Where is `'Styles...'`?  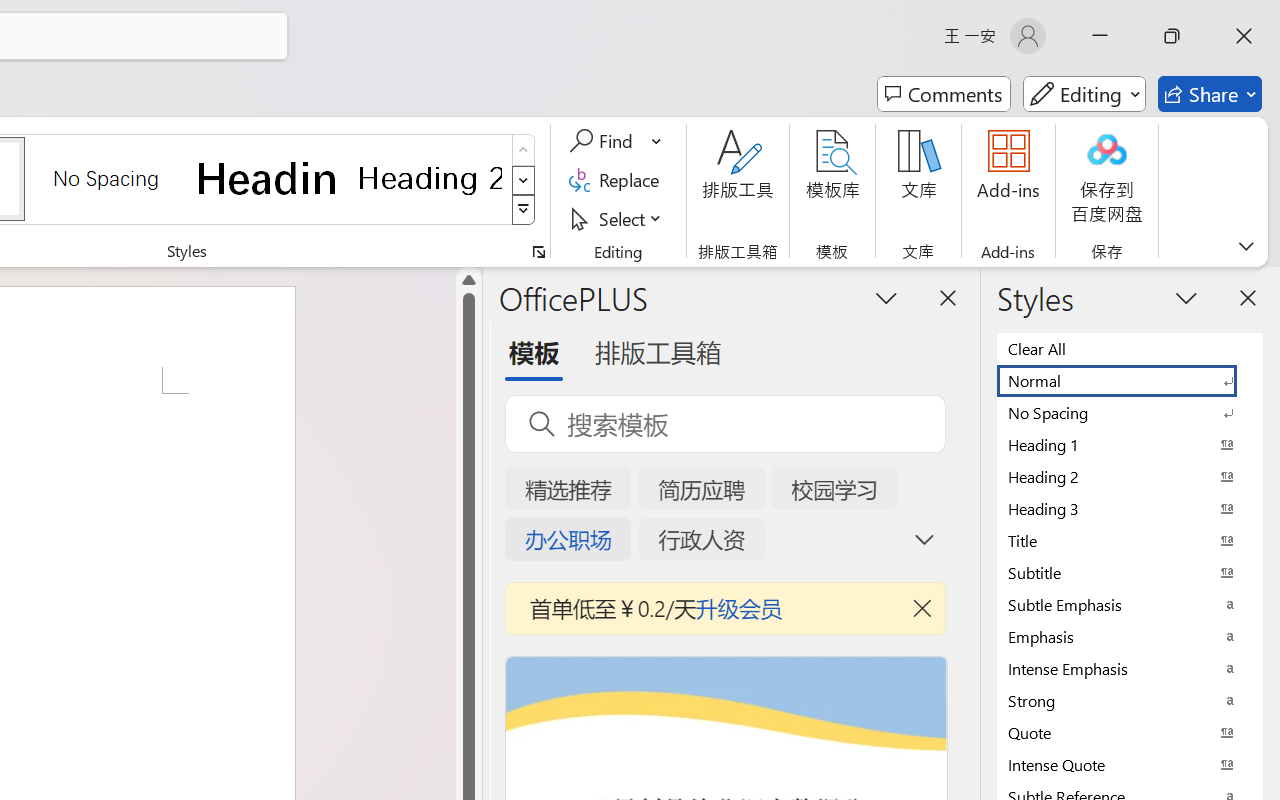
'Styles...' is located at coordinates (538, 251).